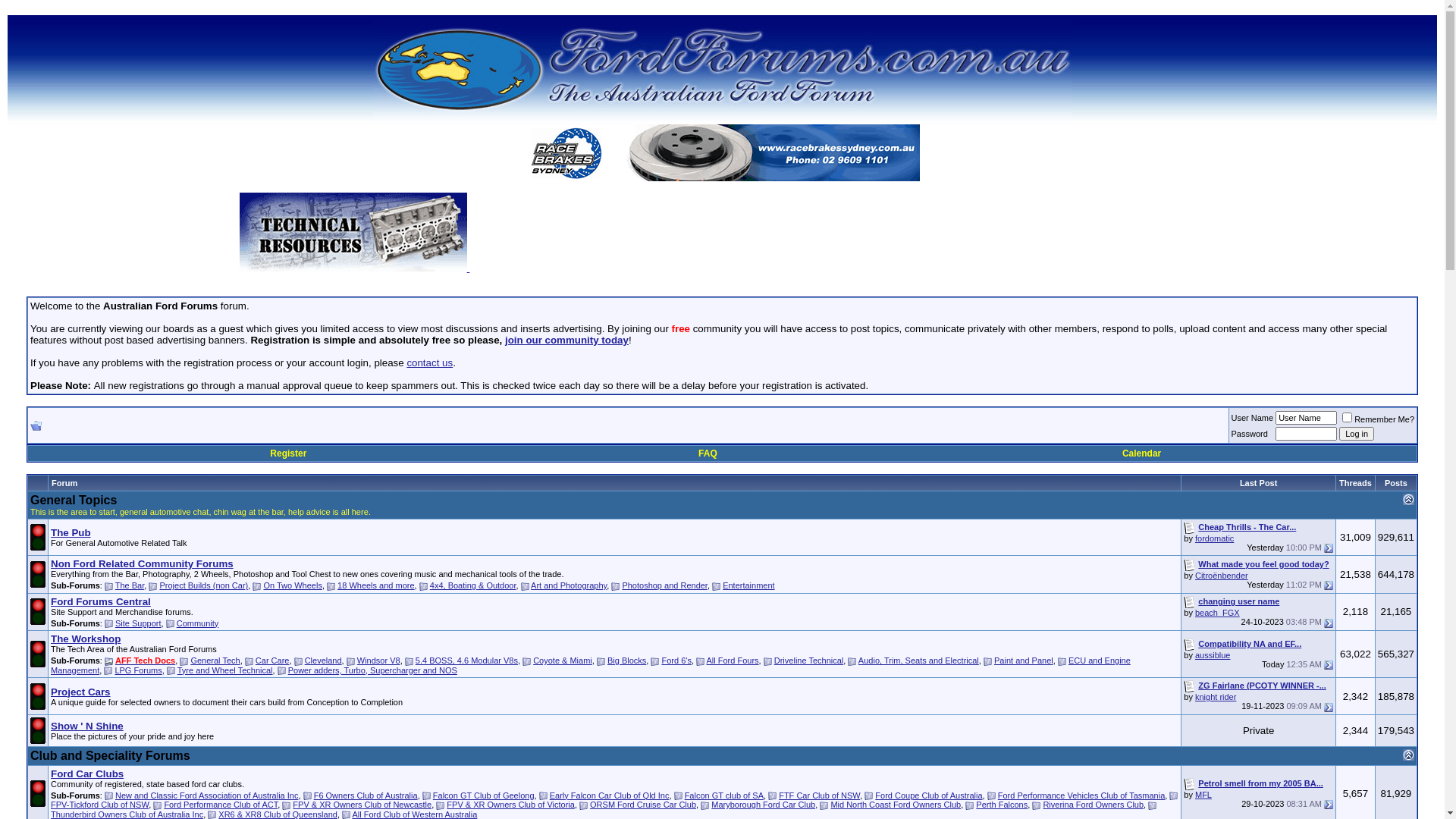  I want to click on 'FAQ', so click(707, 452).